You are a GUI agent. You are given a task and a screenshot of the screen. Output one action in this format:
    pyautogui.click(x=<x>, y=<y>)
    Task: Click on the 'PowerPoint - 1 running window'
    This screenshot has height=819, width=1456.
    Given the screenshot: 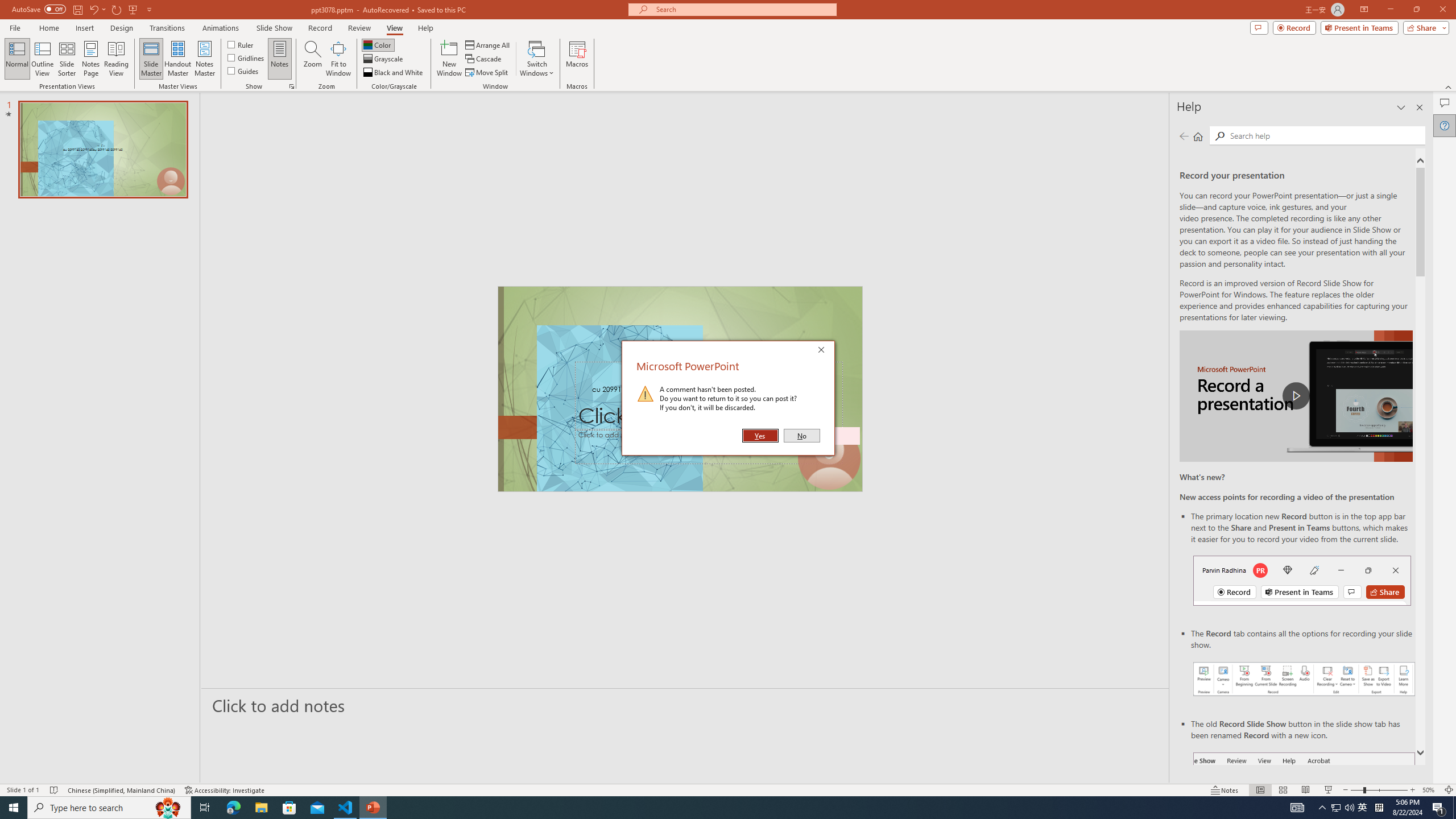 What is the action you would take?
    pyautogui.click(x=373, y=806)
    